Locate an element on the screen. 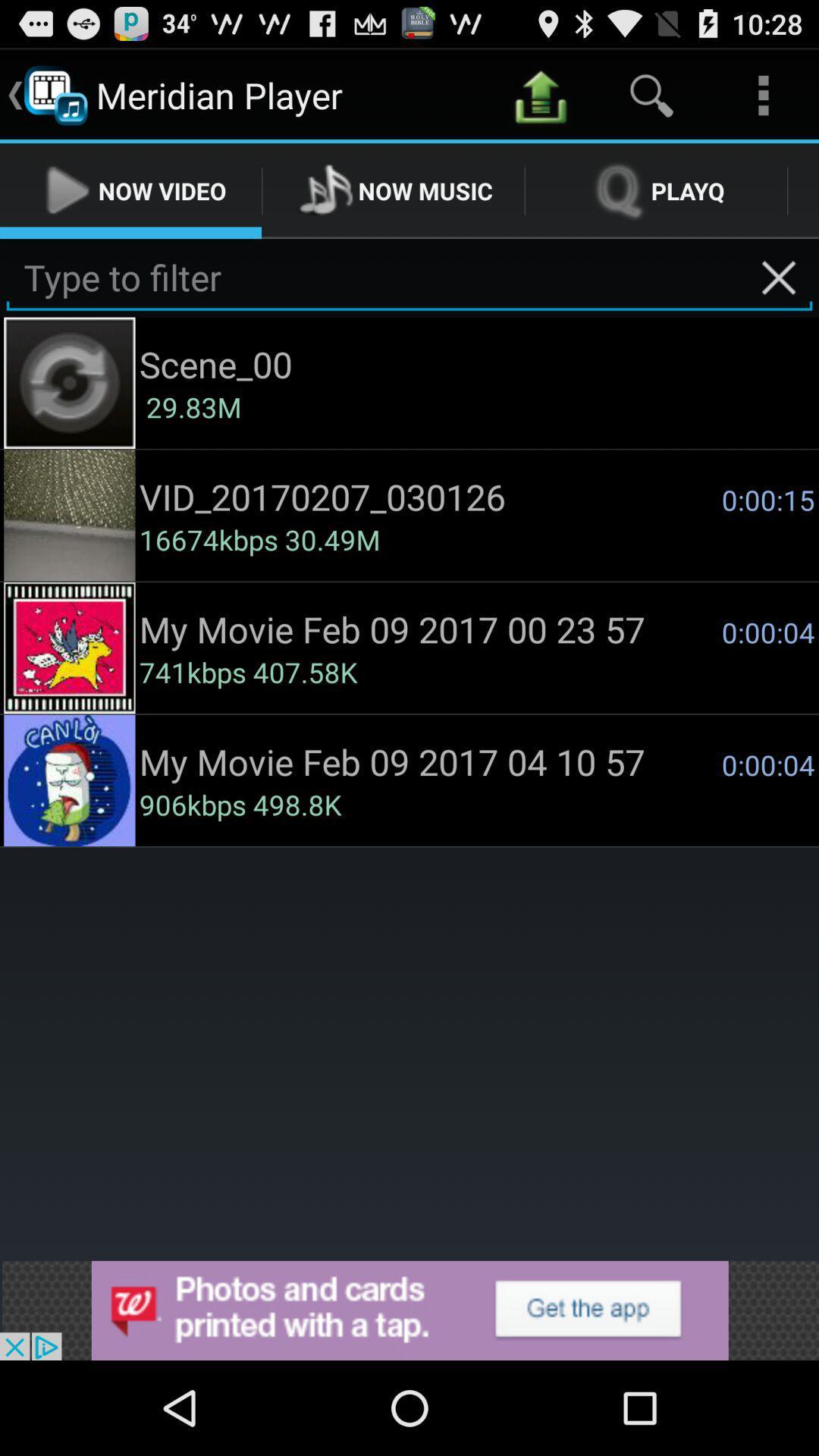 This screenshot has width=819, height=1456. google play is located at coordinates (409, 1310).